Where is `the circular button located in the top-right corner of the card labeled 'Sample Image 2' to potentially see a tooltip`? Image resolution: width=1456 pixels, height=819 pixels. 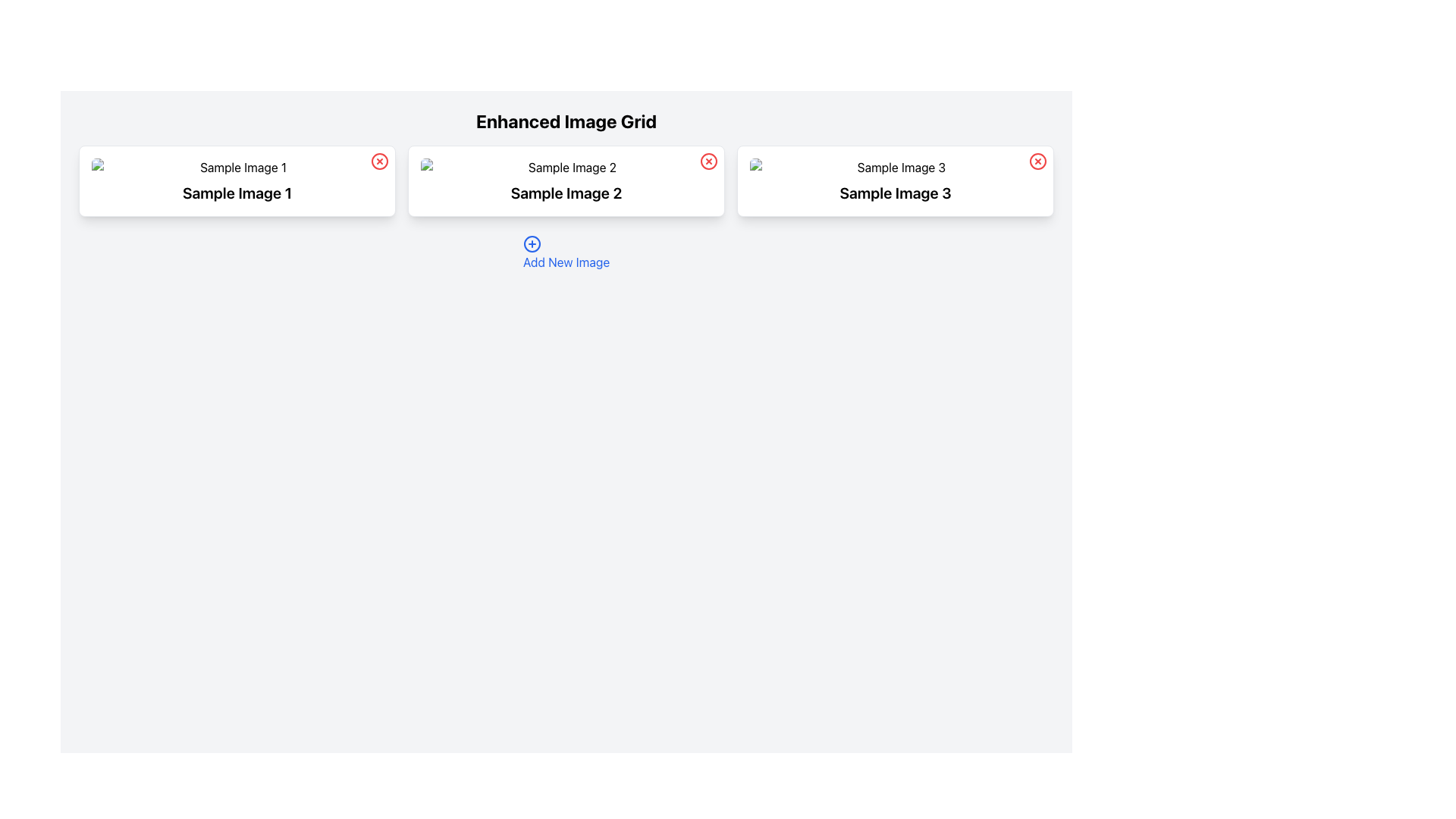
the circular button located in the top-right corner of the card labeled 'Sample Image 2' to potentially see a tooltip is located at coordinates (708, 161).